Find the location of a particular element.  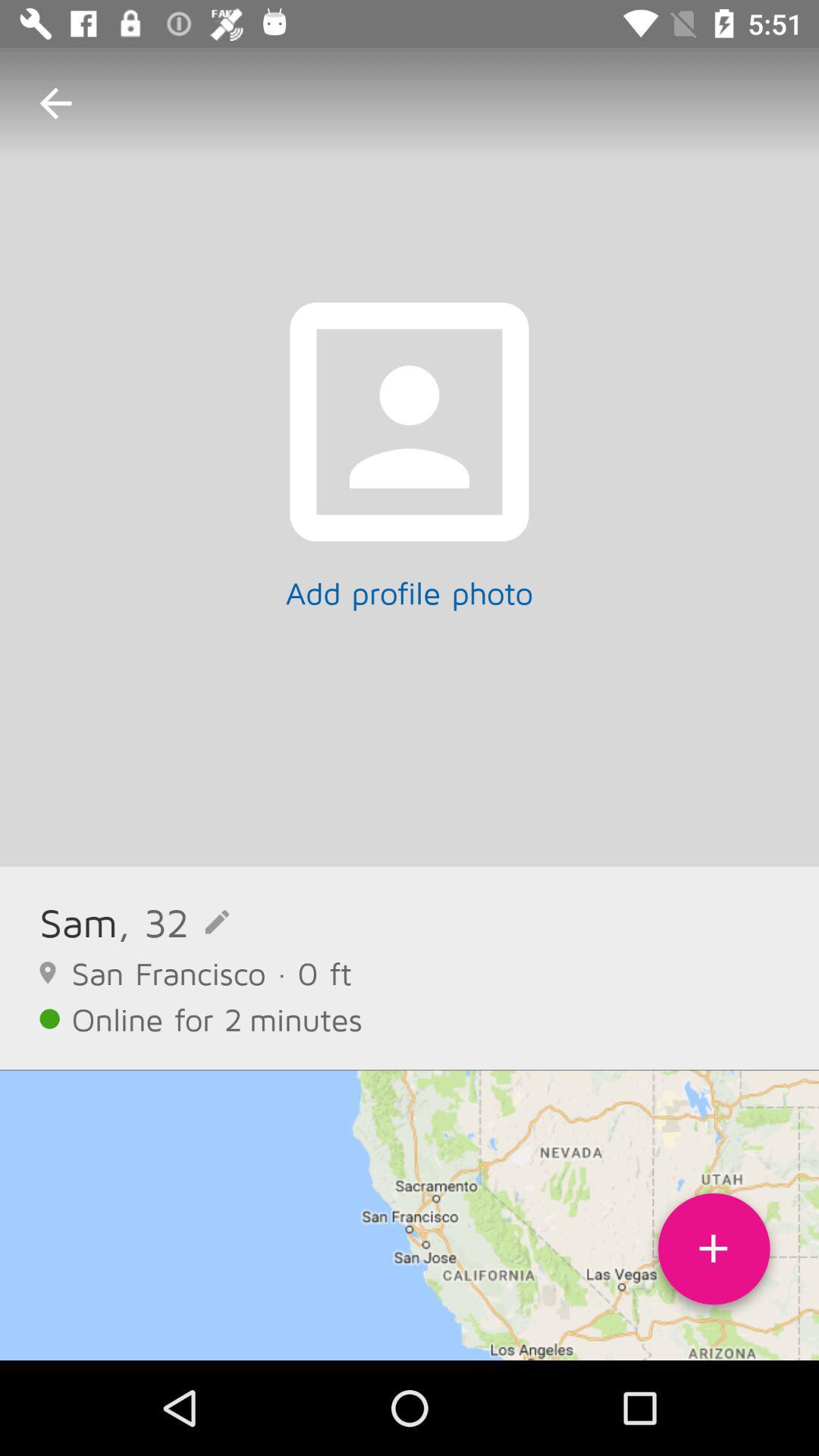

icon above sam is located at coordinates (55, 102).